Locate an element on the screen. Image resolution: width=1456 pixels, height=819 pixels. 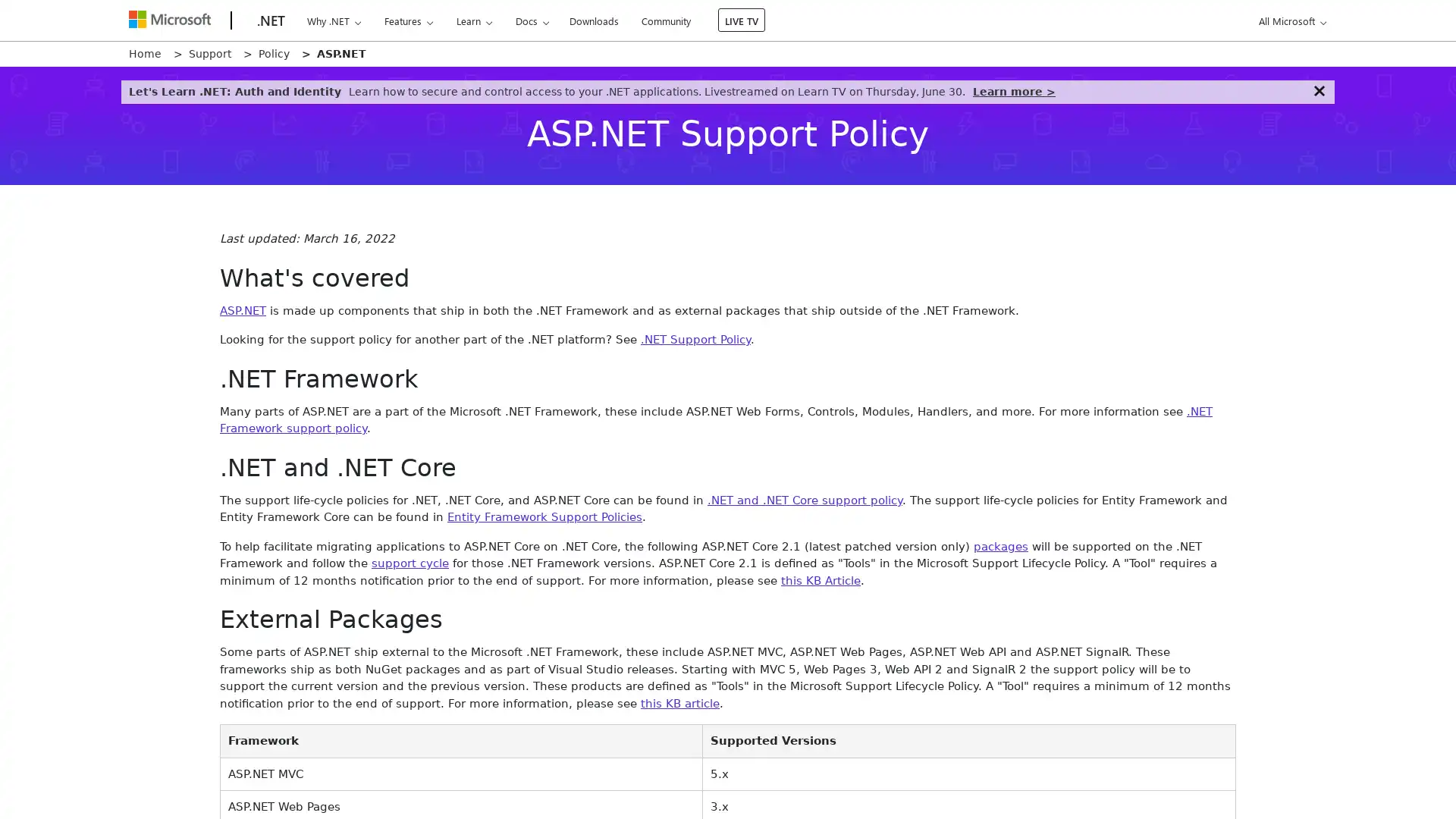
Docs is located at coordinates (532, 20).